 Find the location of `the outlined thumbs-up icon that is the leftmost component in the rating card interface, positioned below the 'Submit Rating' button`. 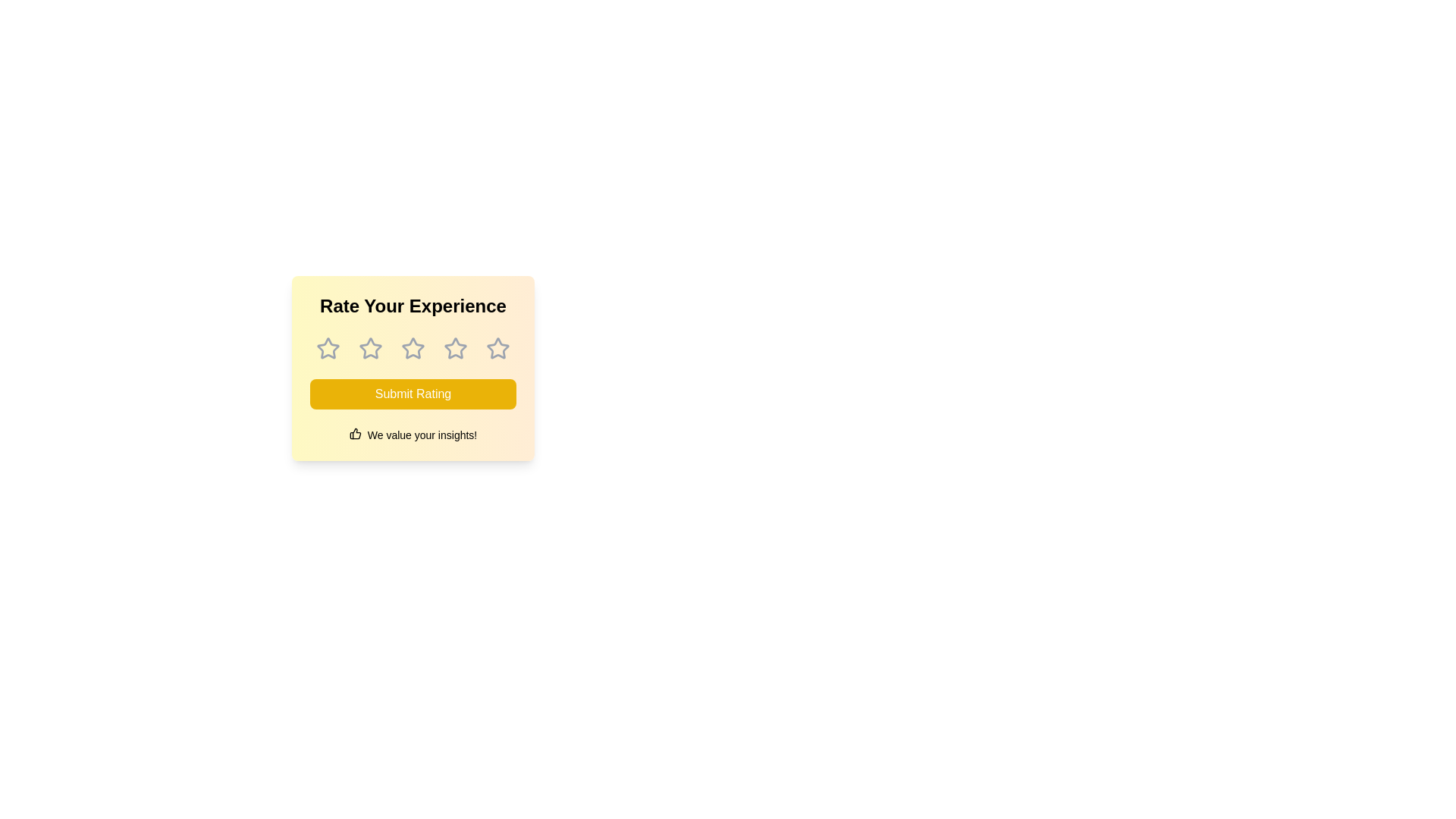

the outlined thumbs-up icon that is the leftmost component in the rating card interface, positioned below the 'Submit Rating' button is located at coordinates (354, 433).